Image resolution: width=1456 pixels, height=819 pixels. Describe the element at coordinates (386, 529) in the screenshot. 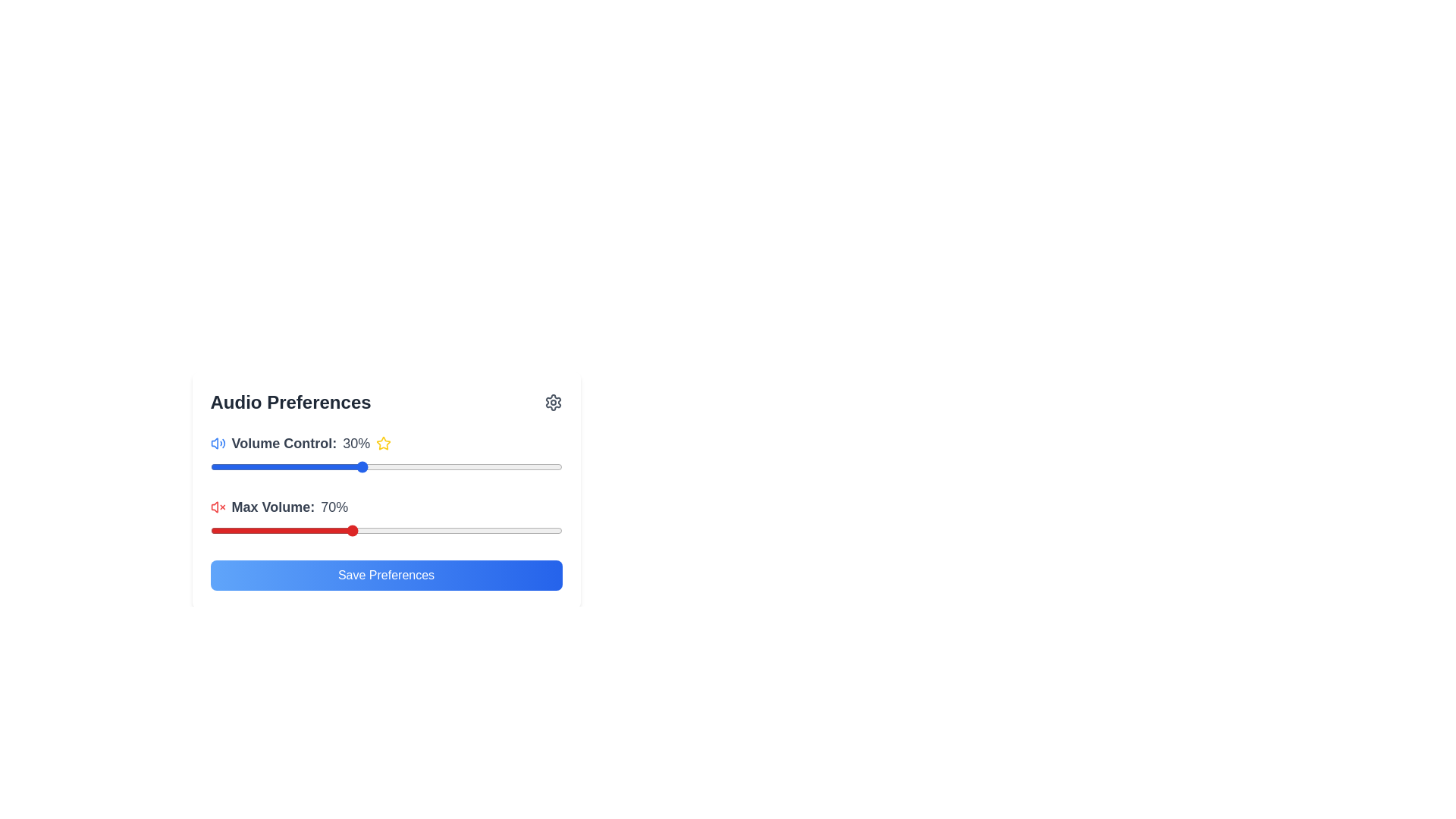

I see `the horizontal red slider located beneath the text 'Max Volume: 70%' in the 'Audio Preferences' section` at that location.